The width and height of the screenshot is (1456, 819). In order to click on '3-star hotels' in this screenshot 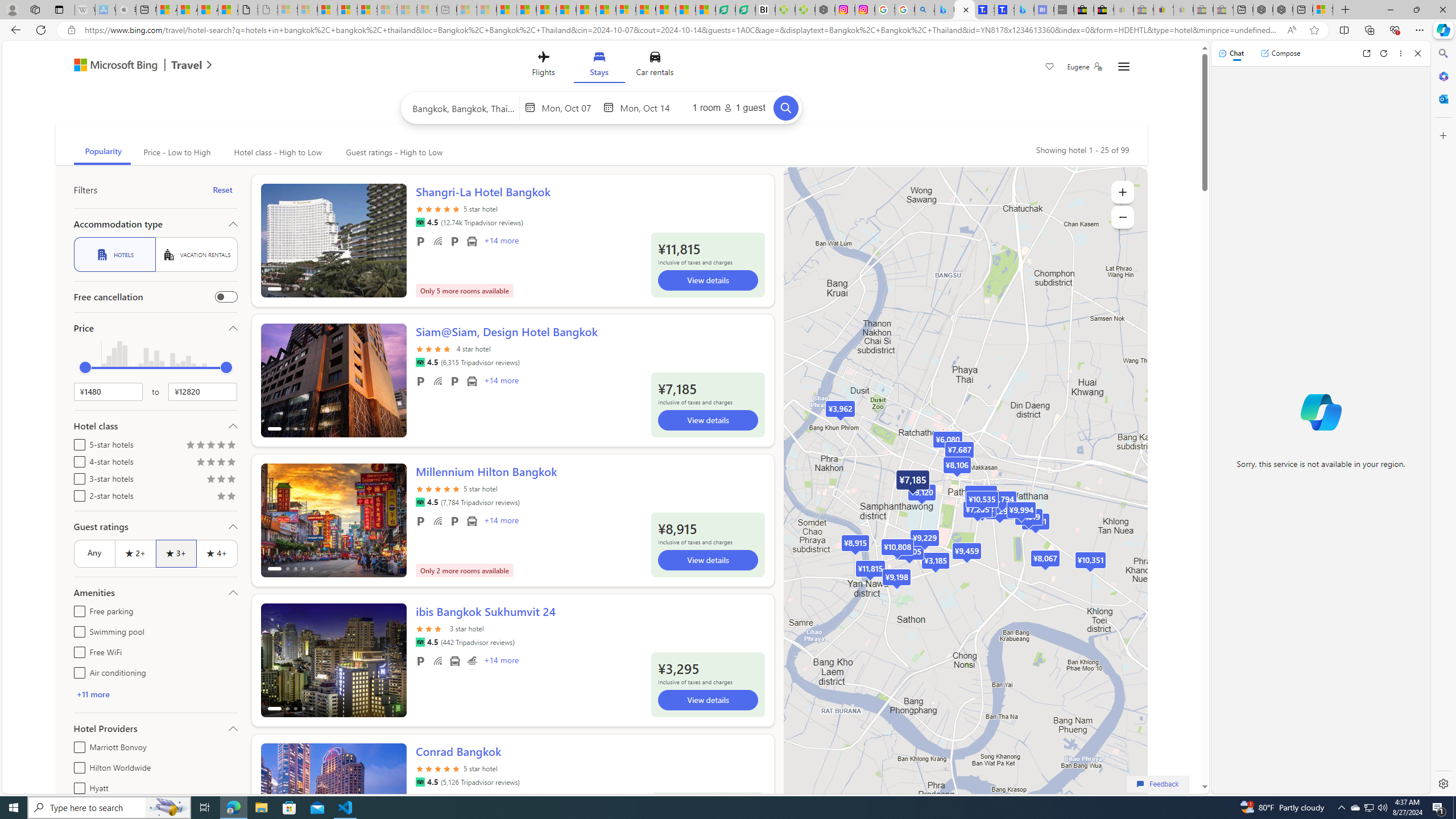, I will do `click(76, 477)`.